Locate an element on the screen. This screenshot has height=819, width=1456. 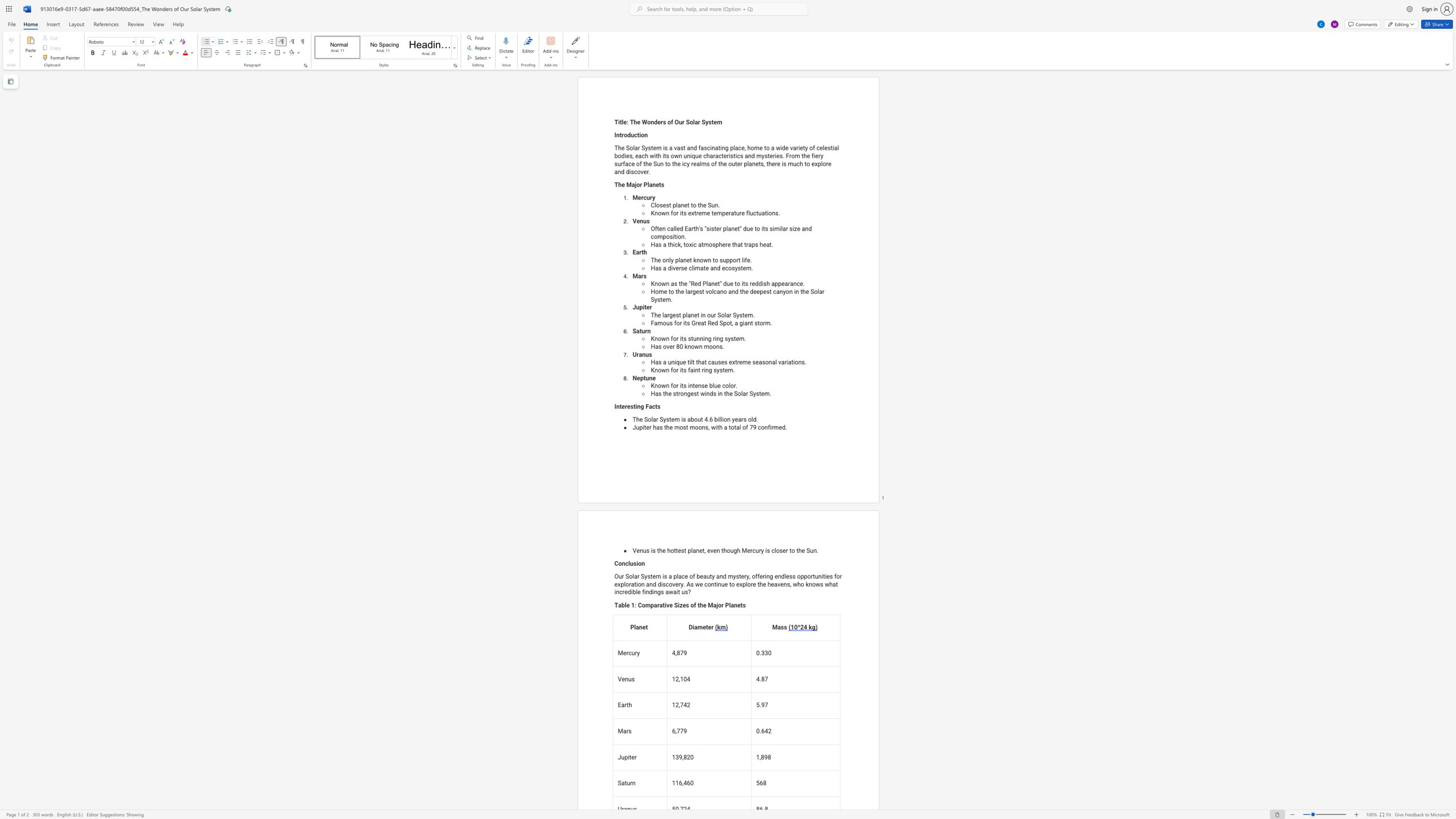
the 2th character "e" in the text is located at coordinates (692, 393).